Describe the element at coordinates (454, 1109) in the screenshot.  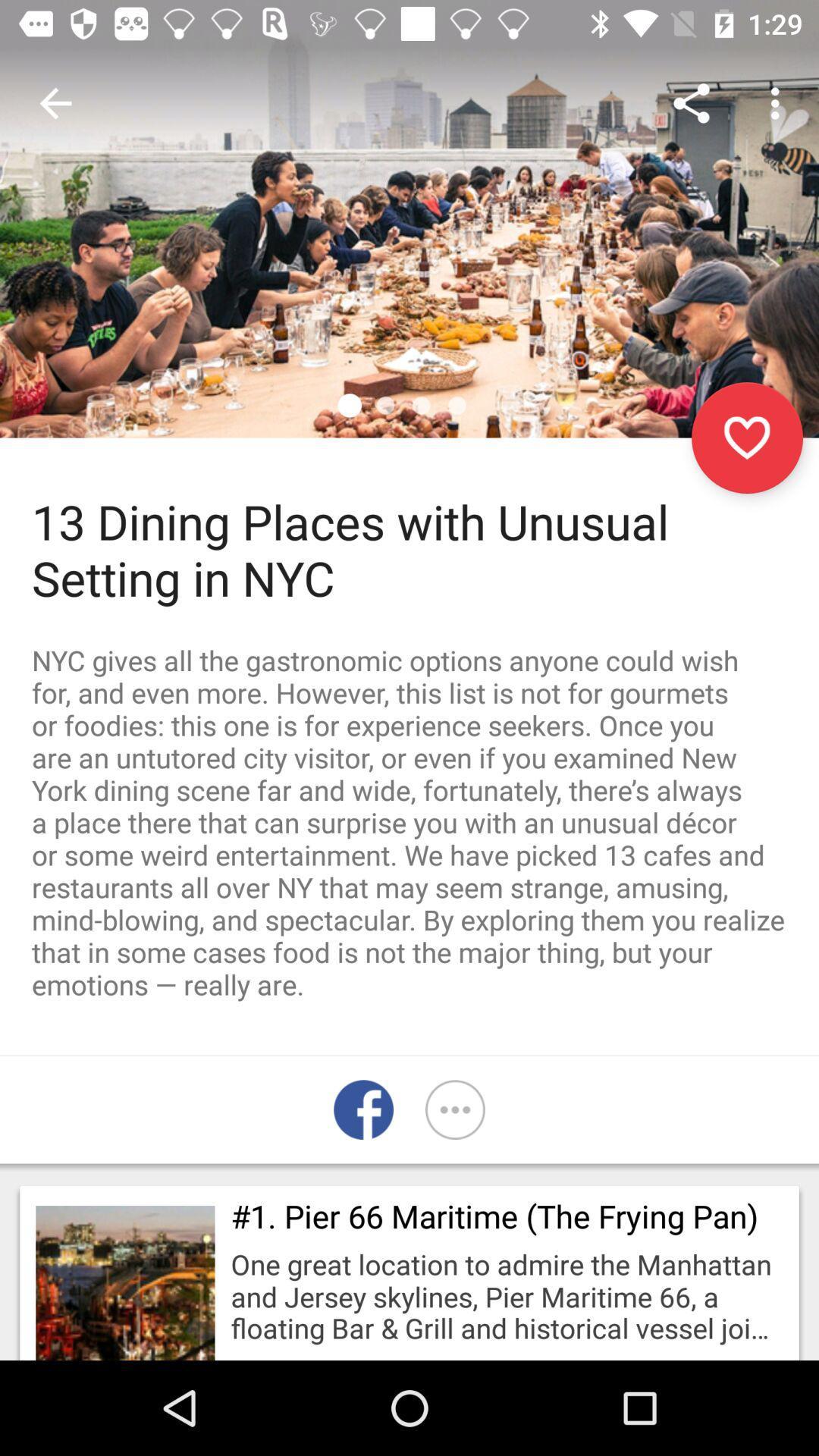
I see `open categories` at that location.